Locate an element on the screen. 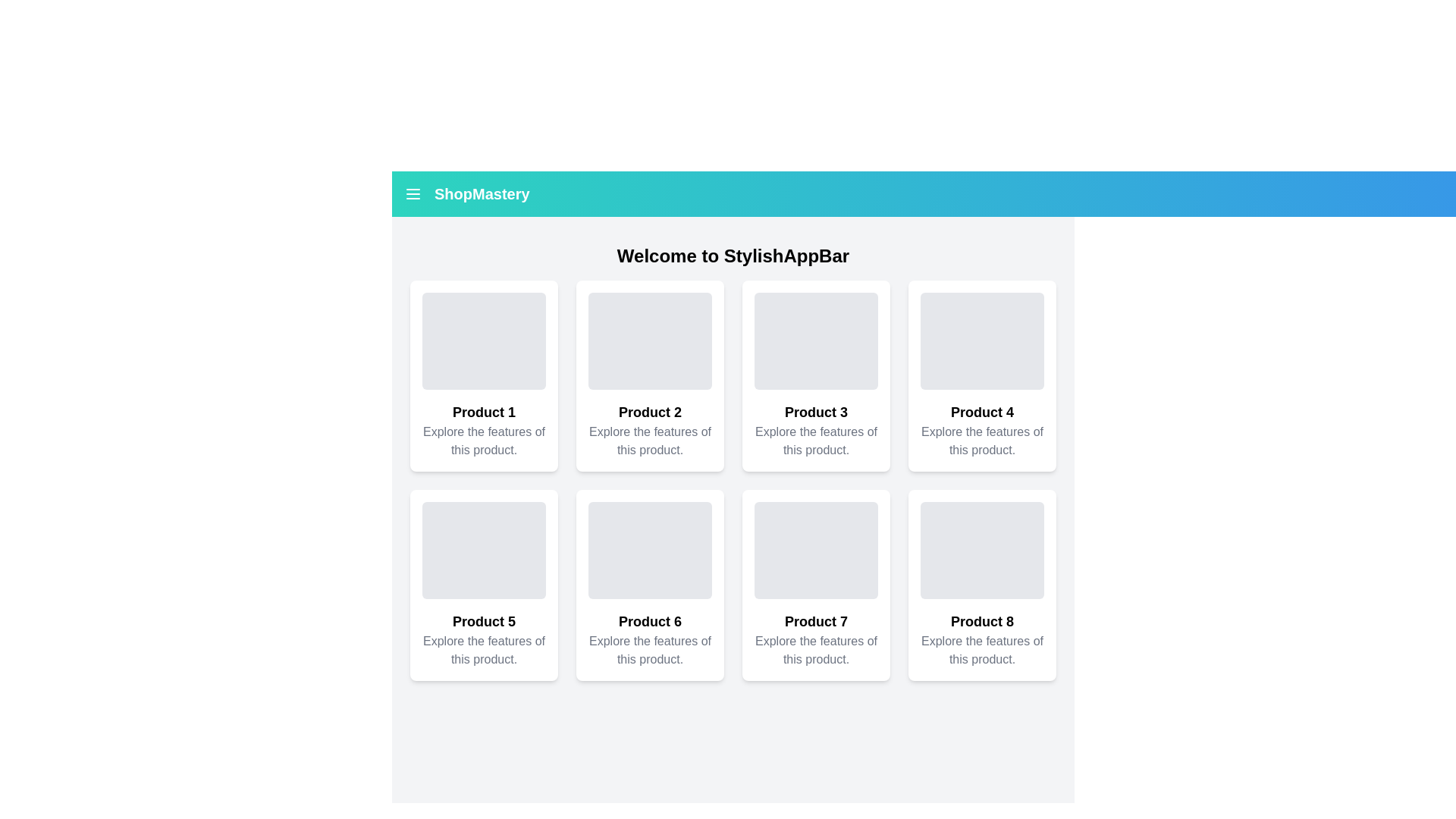 This screenshot has height=819, width=1456. text element that says 'Explore the features of this product.' located in the second card beneath the heading 'Product 2' is located at coordinates (650, 441).